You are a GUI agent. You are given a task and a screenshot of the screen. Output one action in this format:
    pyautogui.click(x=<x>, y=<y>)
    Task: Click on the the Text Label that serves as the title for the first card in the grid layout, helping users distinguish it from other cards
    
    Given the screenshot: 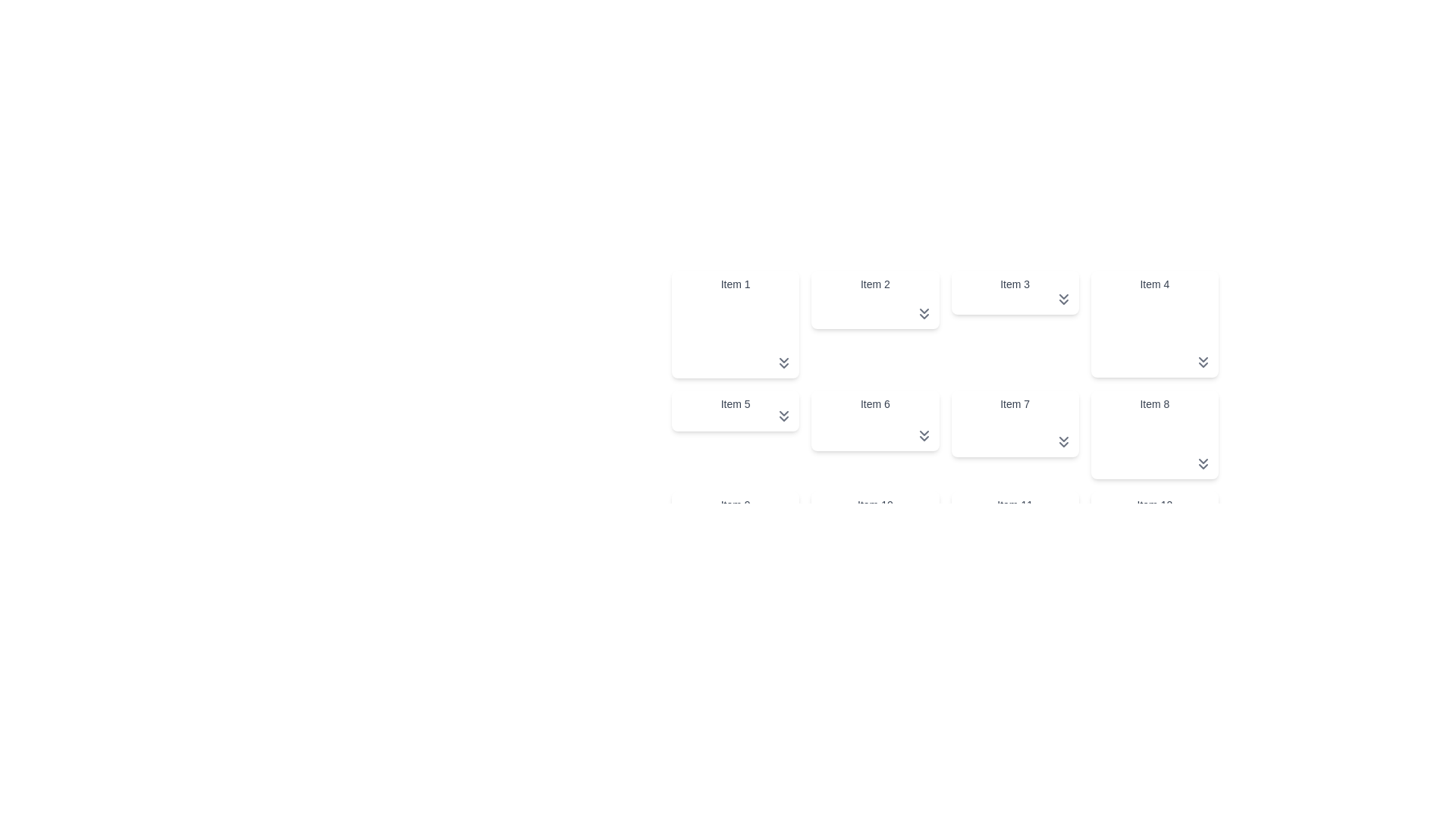 What is the action you would take?
    pyautogui.click(x=736, y=284)
    